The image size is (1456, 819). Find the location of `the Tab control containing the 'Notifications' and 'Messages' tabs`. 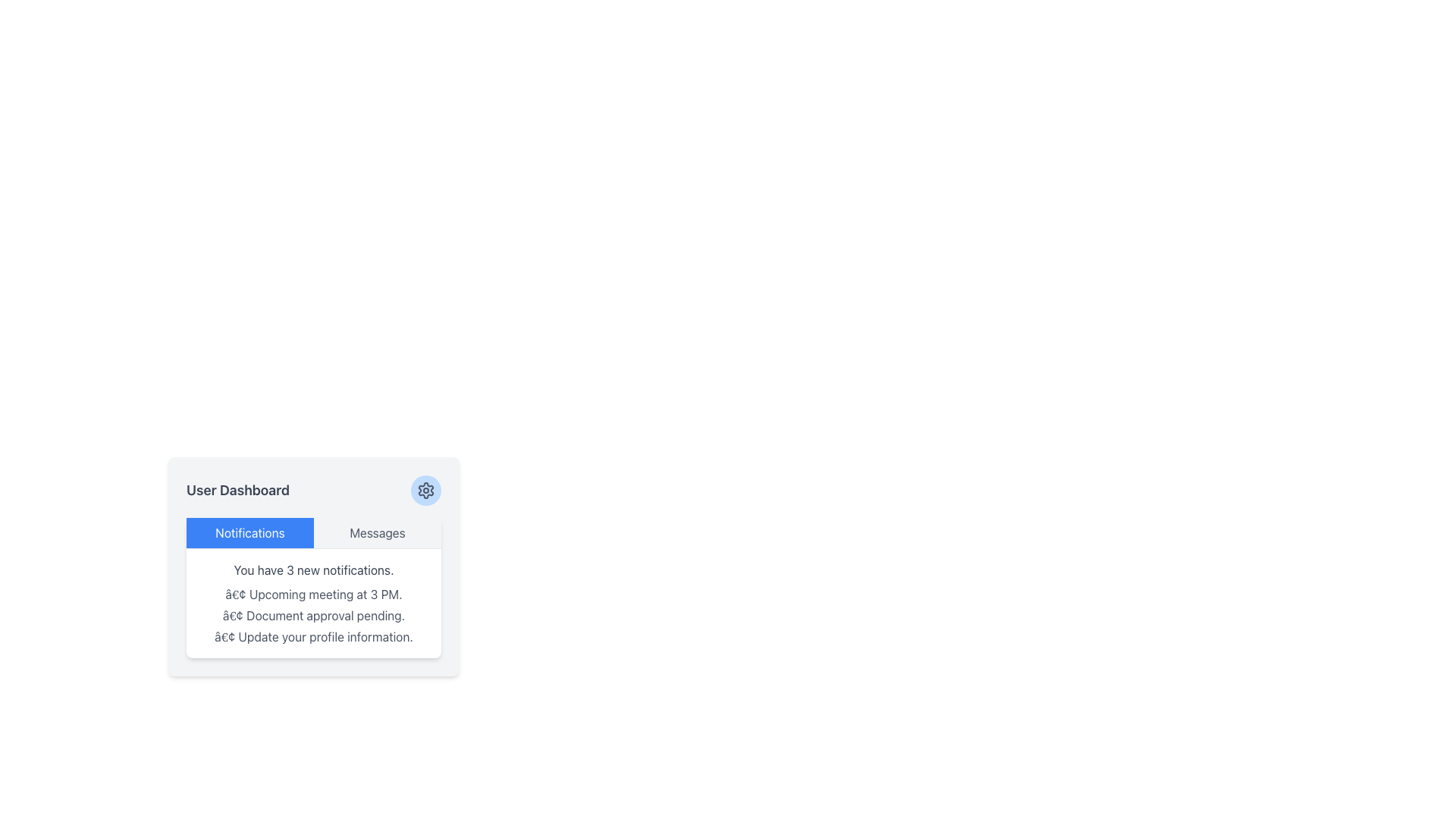

the Tab control containing the 'Notifications' and 'Messages' tabs is located at coordinates (312, 532).